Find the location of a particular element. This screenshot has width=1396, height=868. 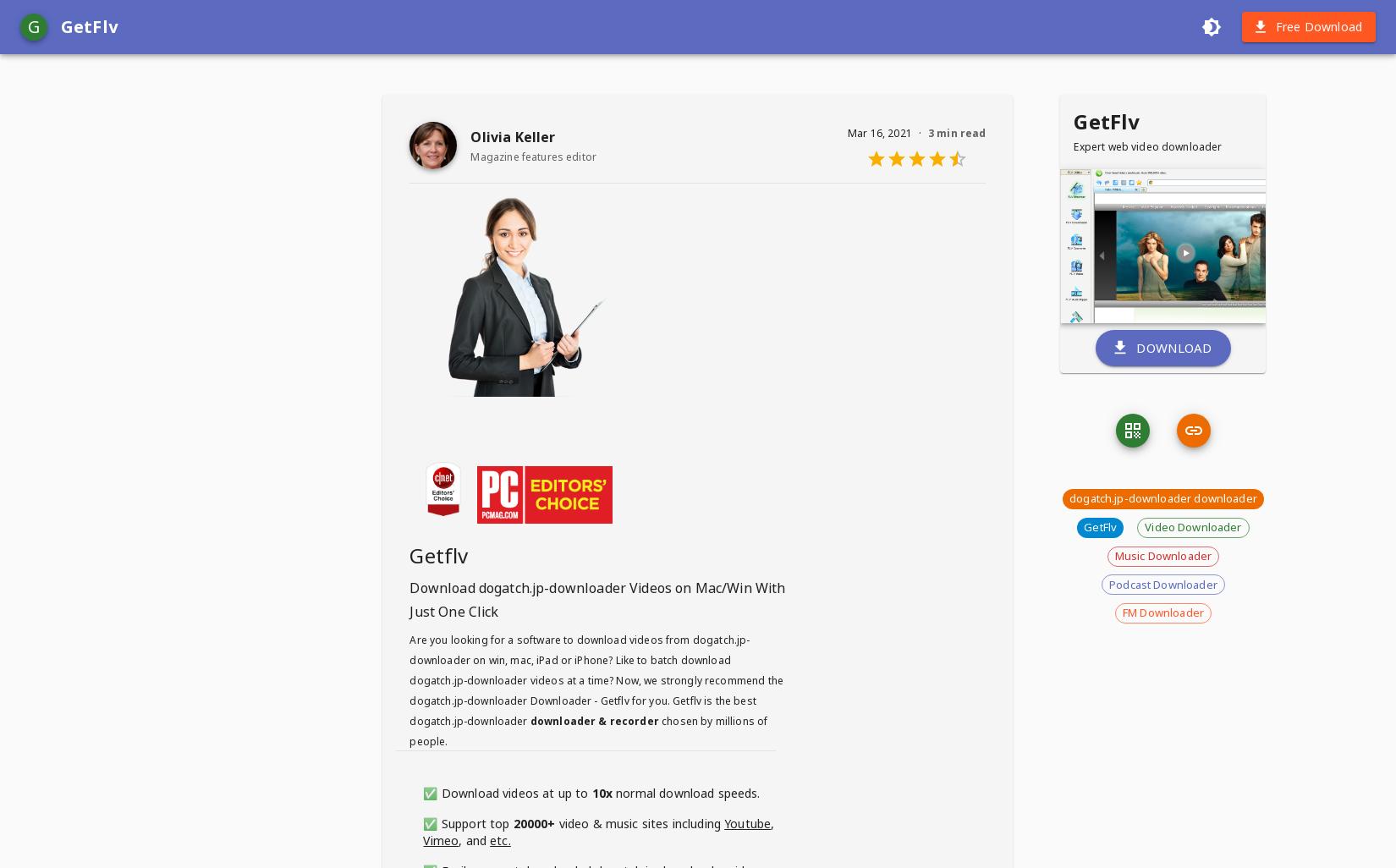

'Vimeo' is located at coordinates (440, 838).